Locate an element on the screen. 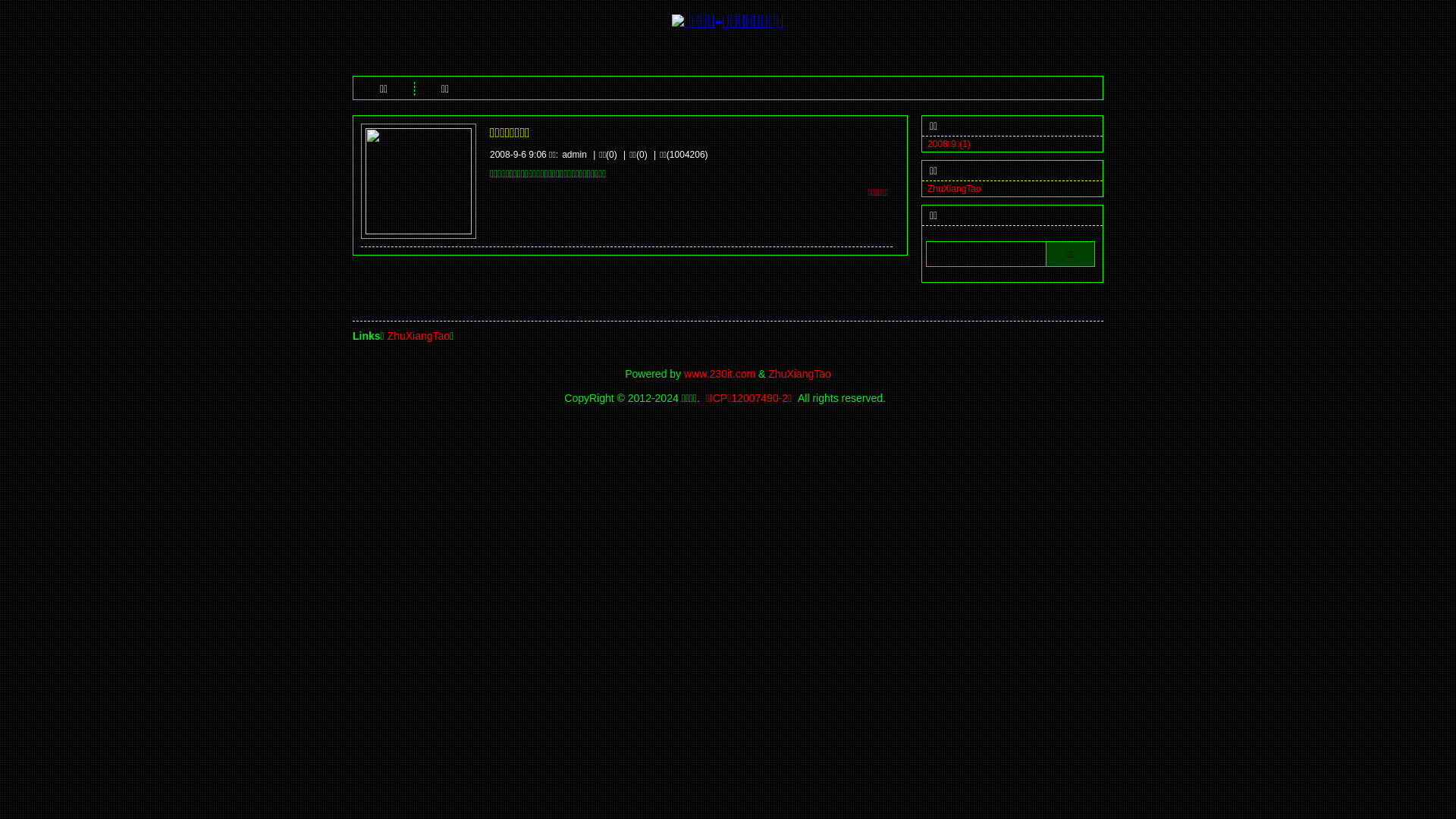 This screenshot has width=1456, height=819. 'www.230it.com' is located at coordinates (719, 374).